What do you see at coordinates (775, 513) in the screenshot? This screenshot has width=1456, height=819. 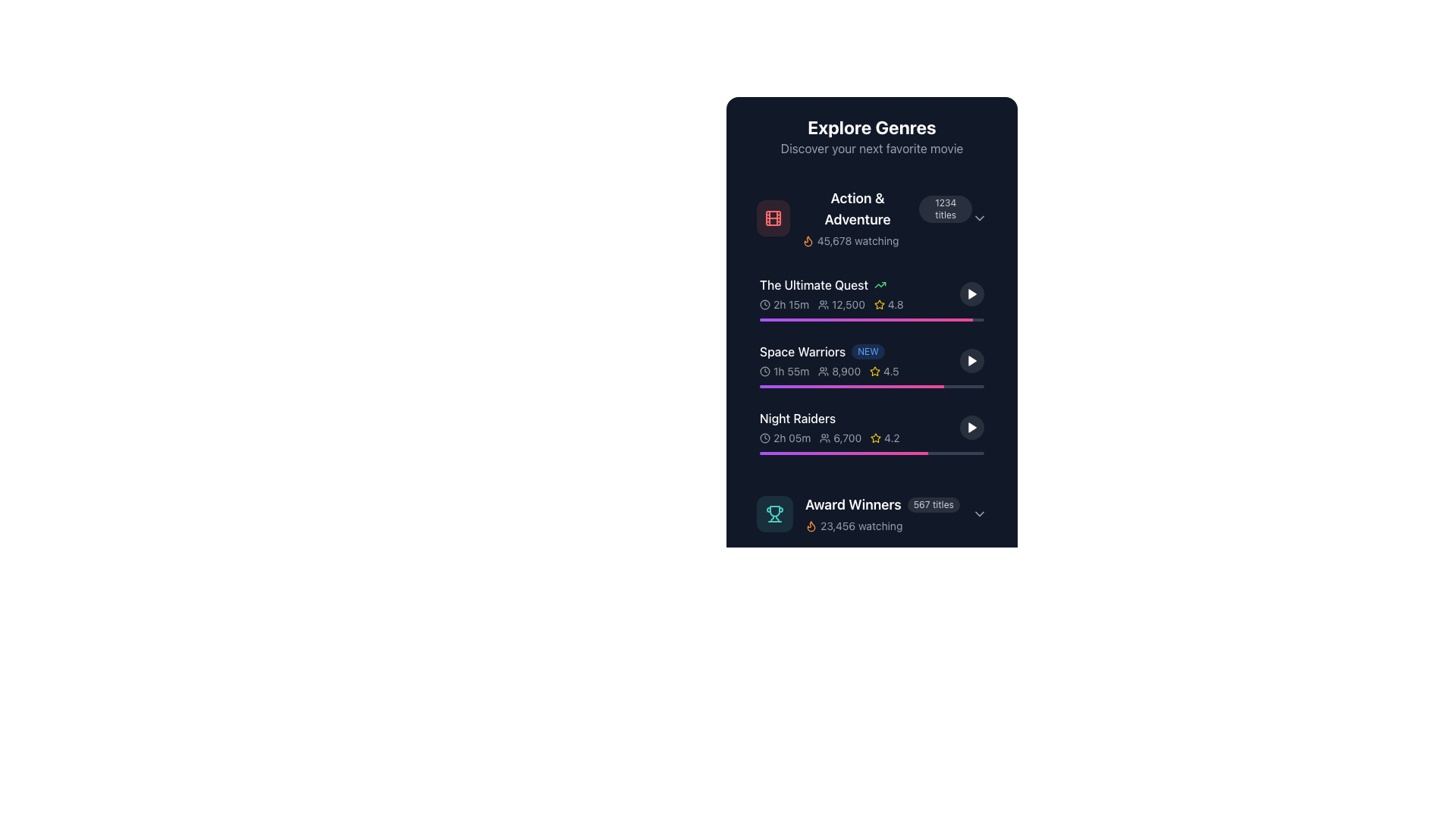 I see `the award-winning category icon, which is located inside a rounded square at the bottom of the listed items, aligned with the 'Award Winners' text` at bounding box center [775, 513].